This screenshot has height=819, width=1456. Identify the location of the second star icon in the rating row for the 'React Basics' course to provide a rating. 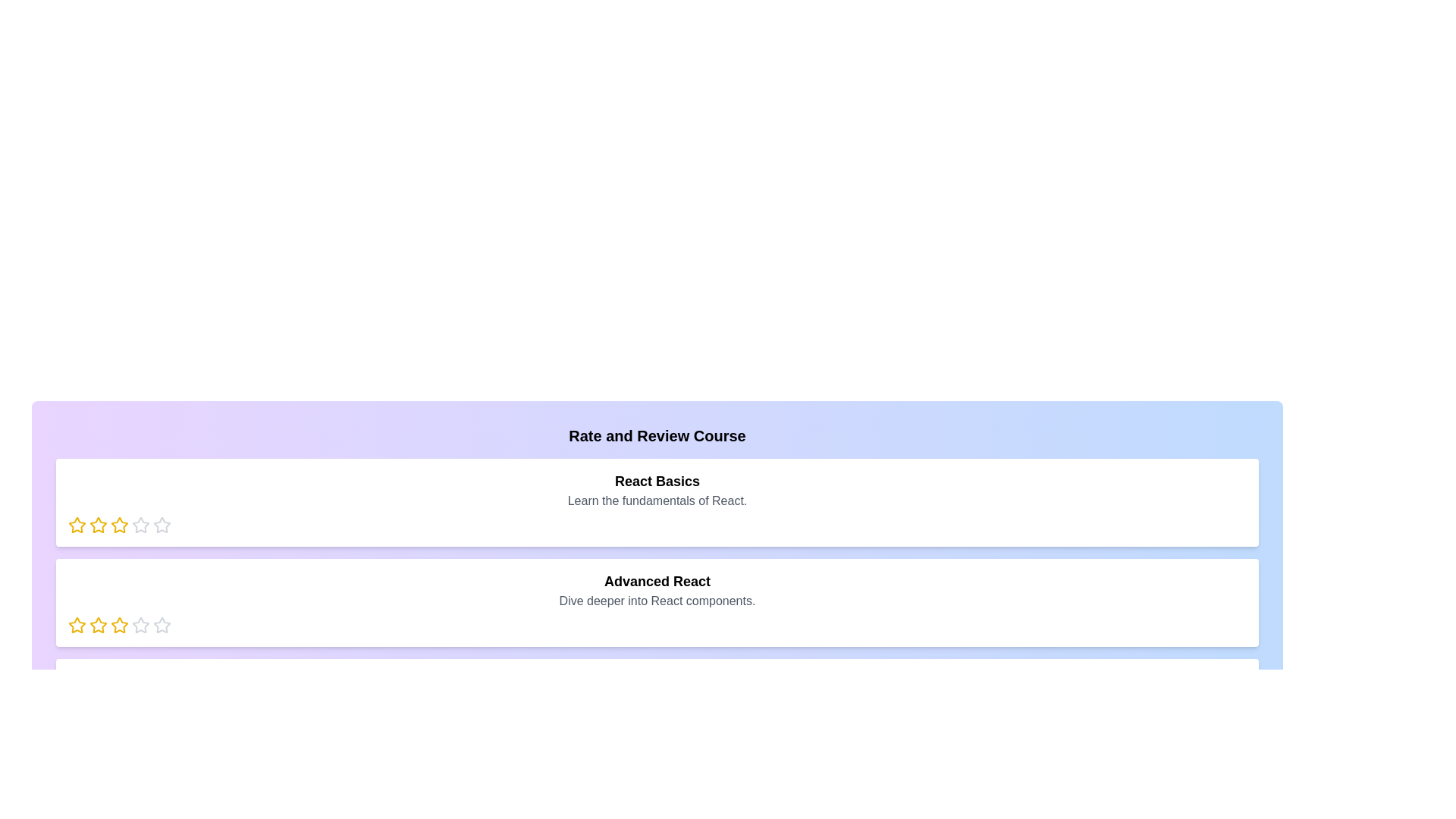
(97, 524).